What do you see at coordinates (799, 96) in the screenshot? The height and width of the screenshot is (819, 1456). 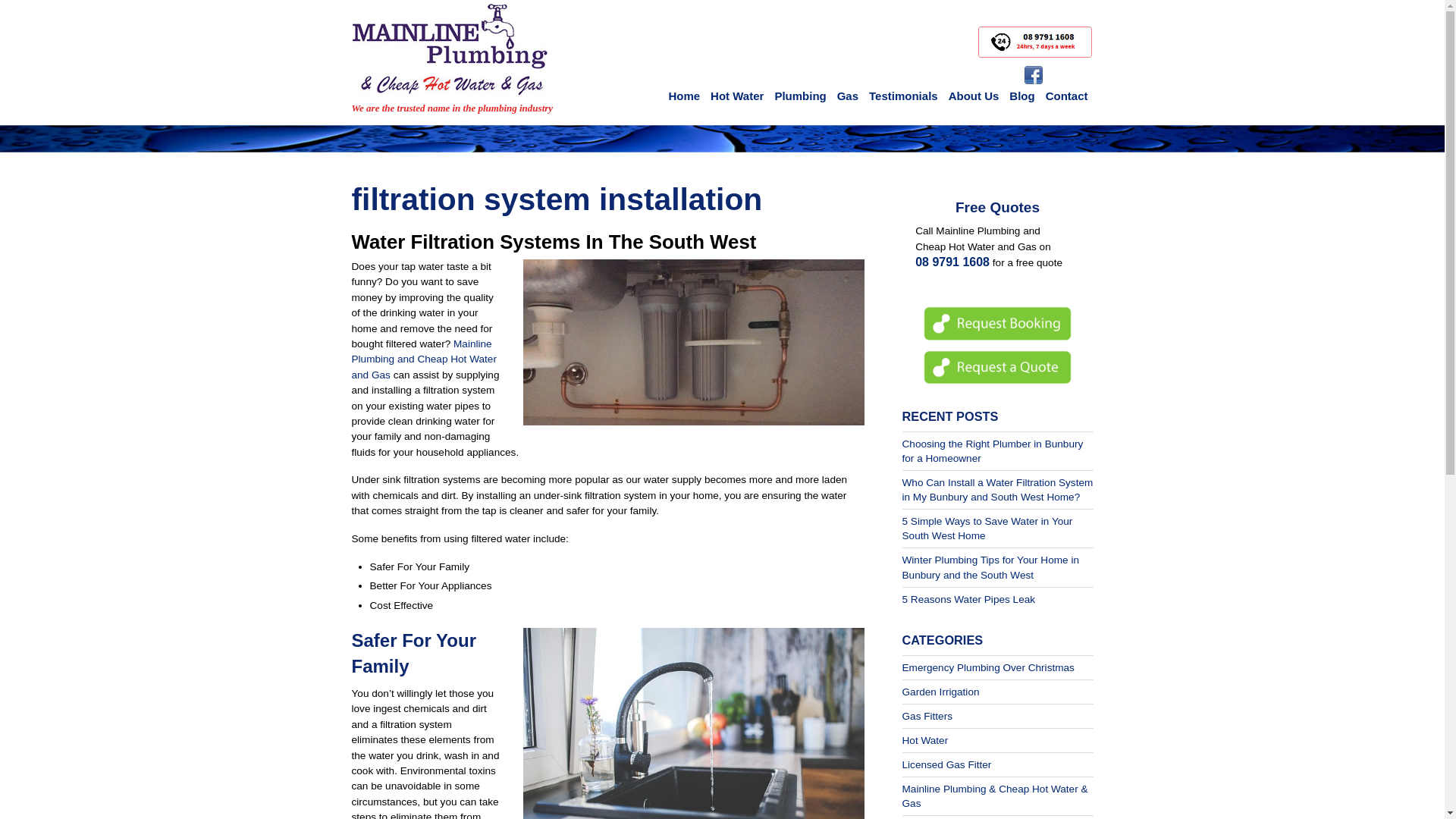 I see `'Plumbing'` at bounding box center [799, 96].